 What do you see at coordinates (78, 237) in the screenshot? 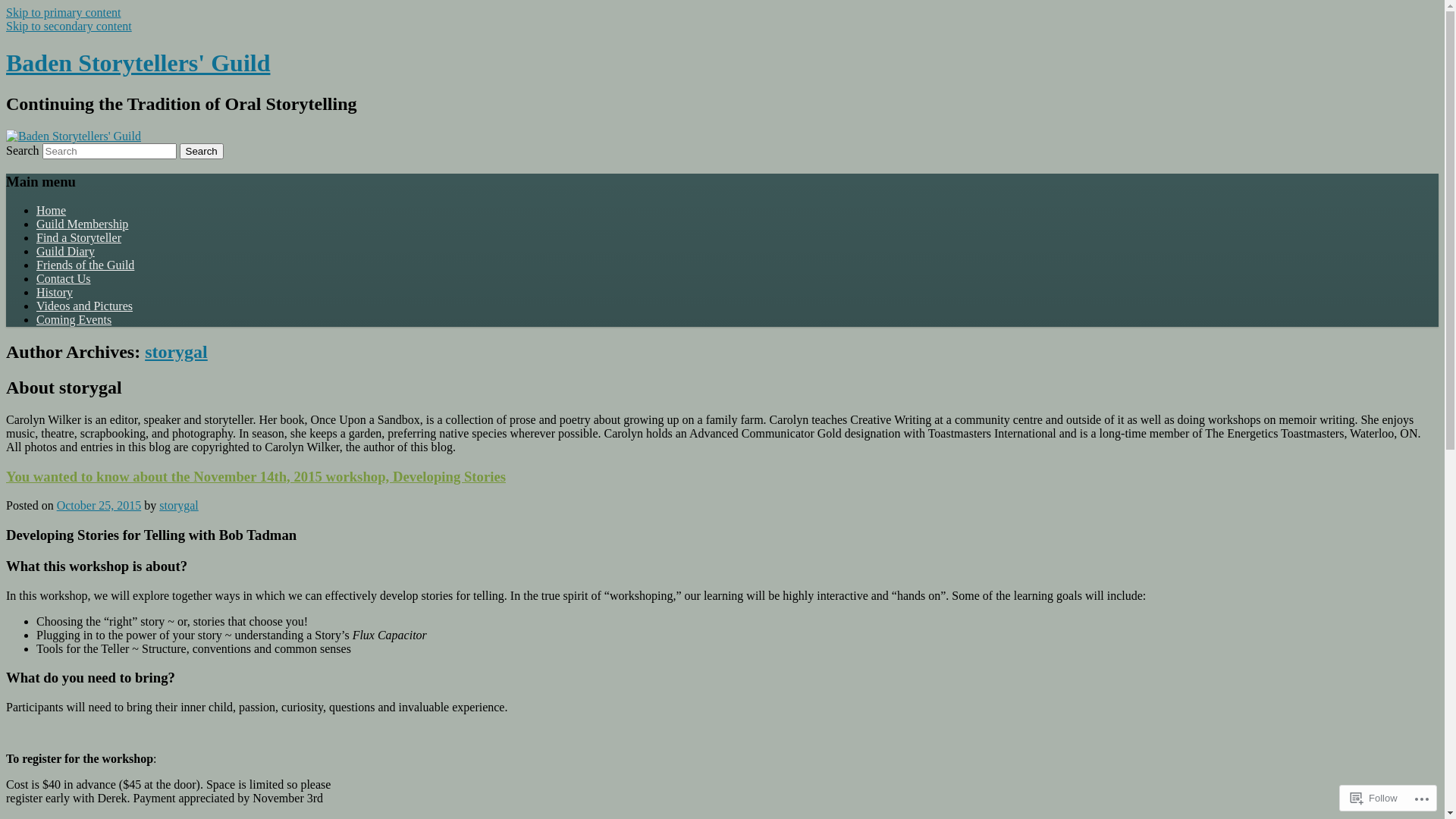
I see `'Find a Storyteller'` at bounding box center [78, 237].